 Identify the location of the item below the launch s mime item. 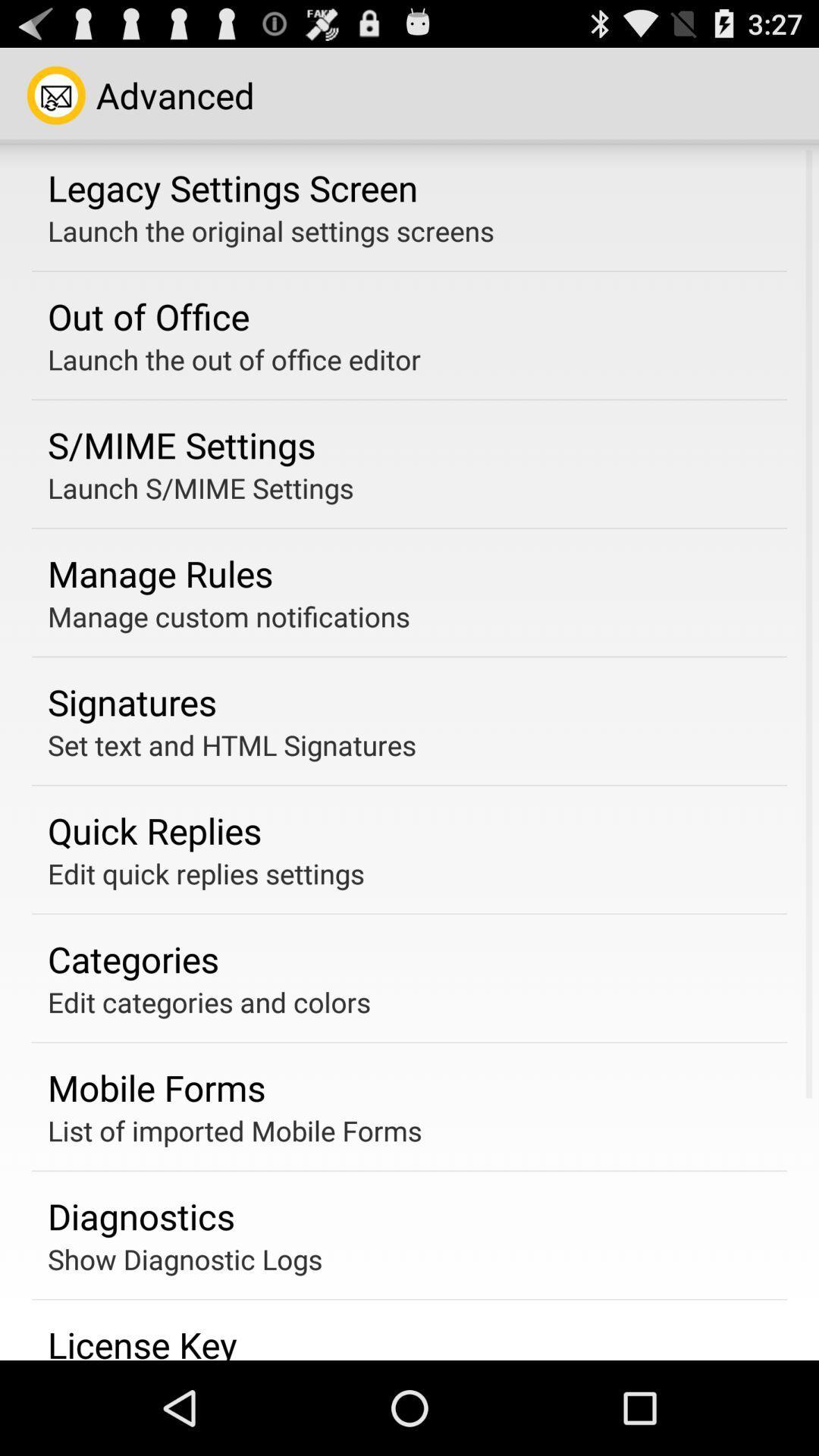
(160, 573).